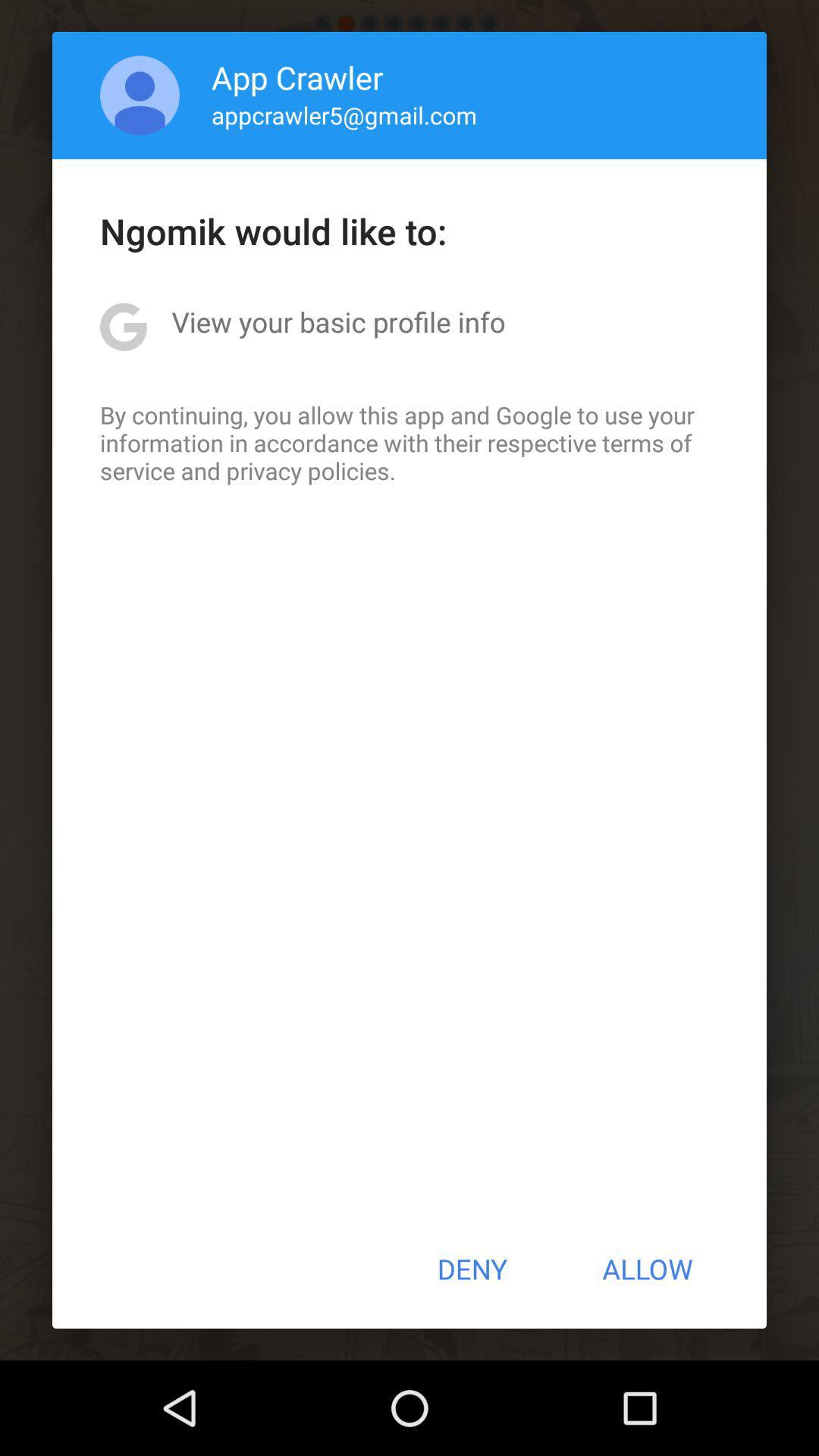 Image resolution: width=819 pixels, height=1456 pixels. What do you see at coordinates (471, 1269) in the screenshot?
I see `the deny icon` at bounding box center [471, 1269].